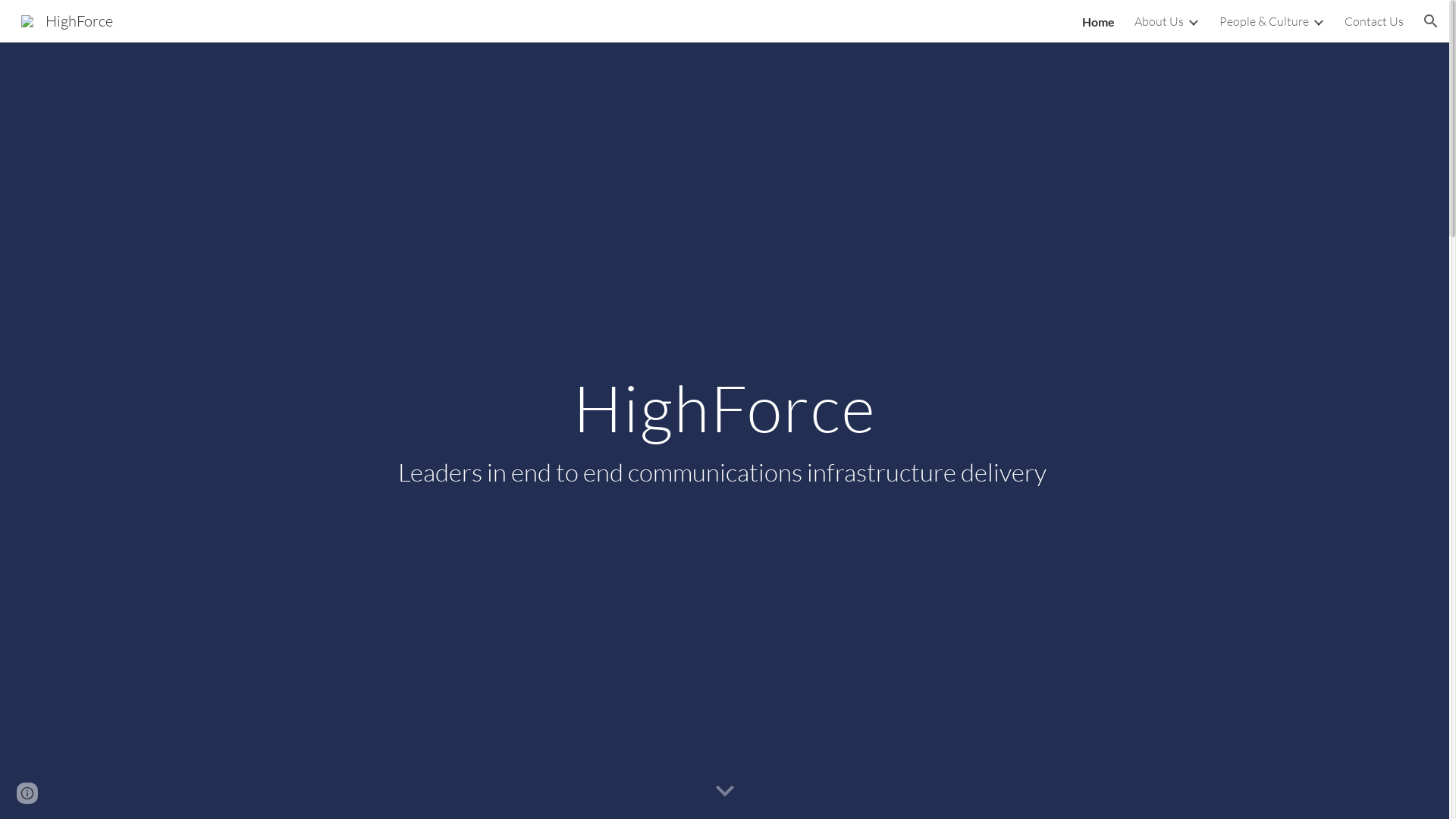  I want to click on 'HighForce', so click(66, 19).